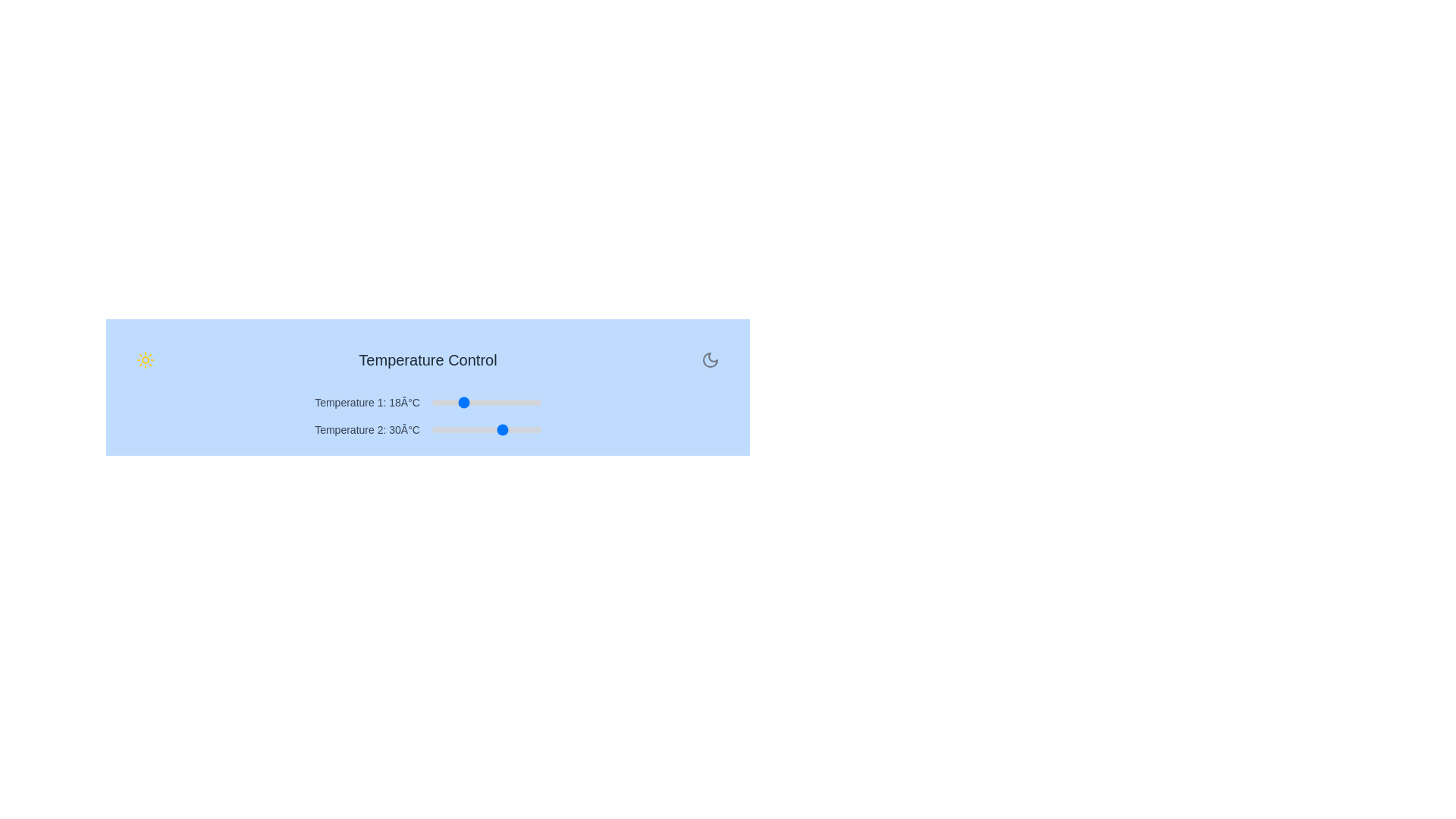  I want to click on temperature information displayed in the 'Temperature Control' module, which includes 'Temperature 1: 18°C' and 'Temperature 2: 30°C', so click(427, 386).